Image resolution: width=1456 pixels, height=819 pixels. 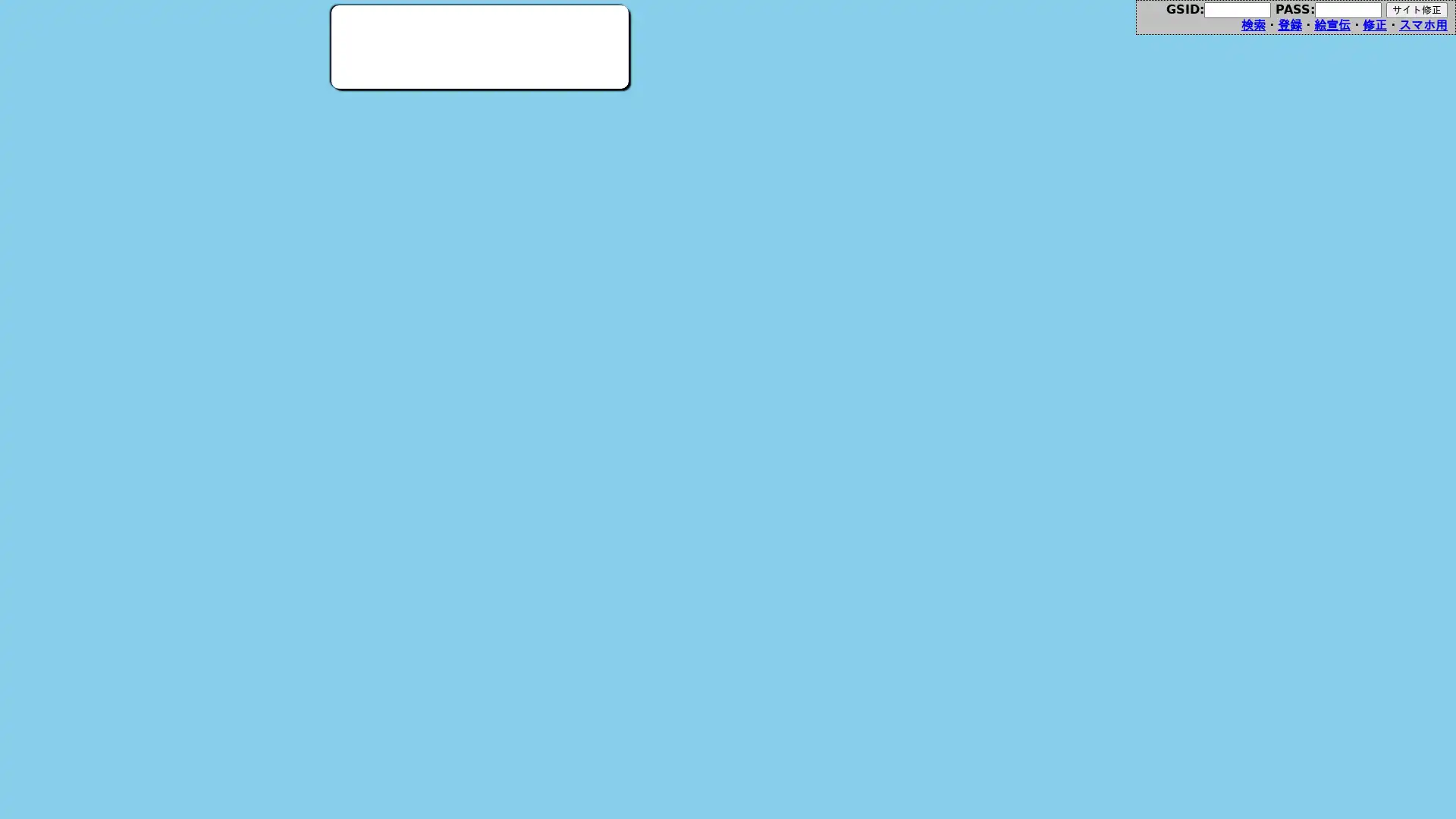 I want to click on Fantia, so click(x=596, y=177).